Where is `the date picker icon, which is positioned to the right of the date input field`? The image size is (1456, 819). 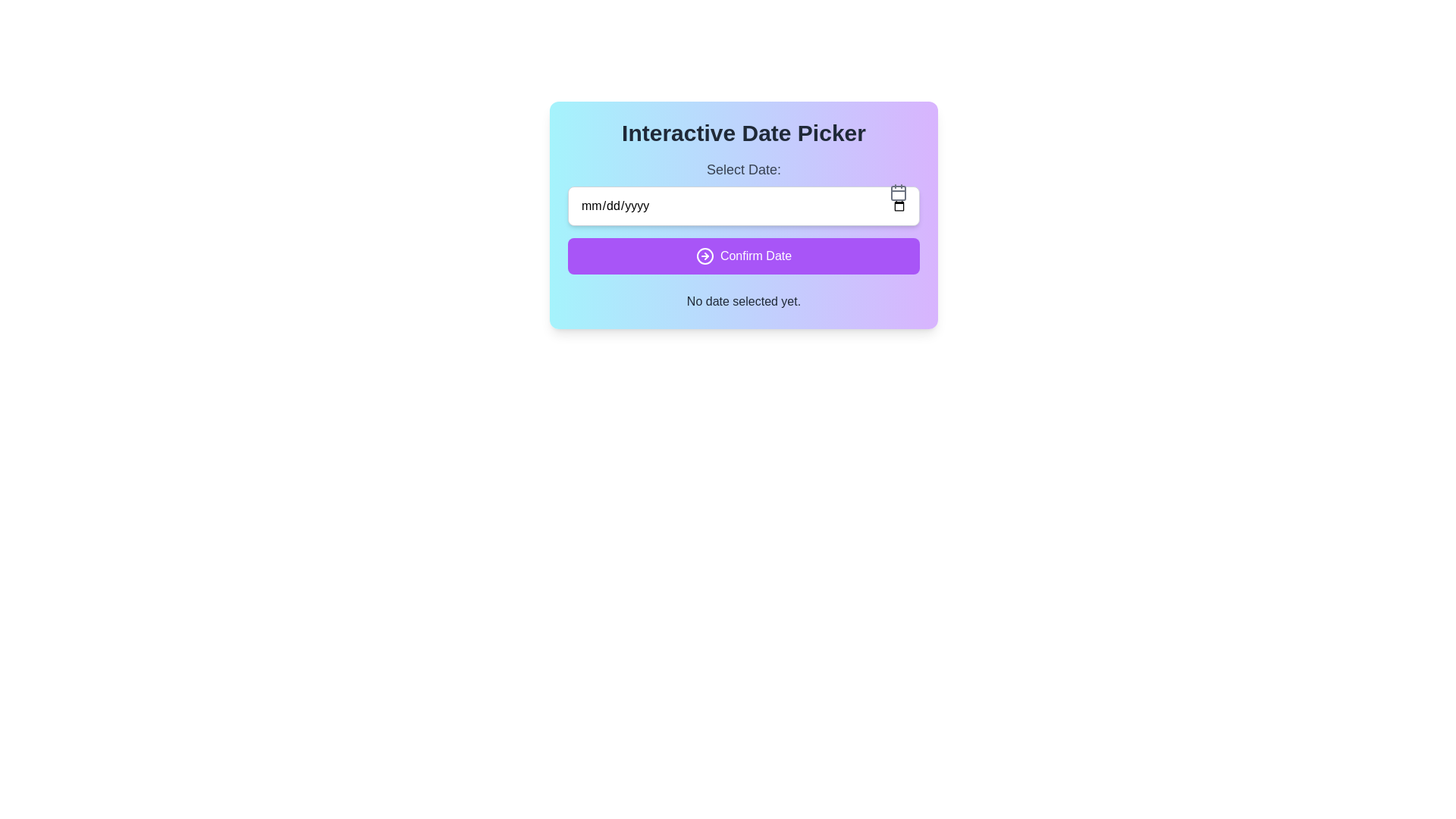 the date picker icon, which is positioned to the right of the date input field is located at coordinates (899, 192).